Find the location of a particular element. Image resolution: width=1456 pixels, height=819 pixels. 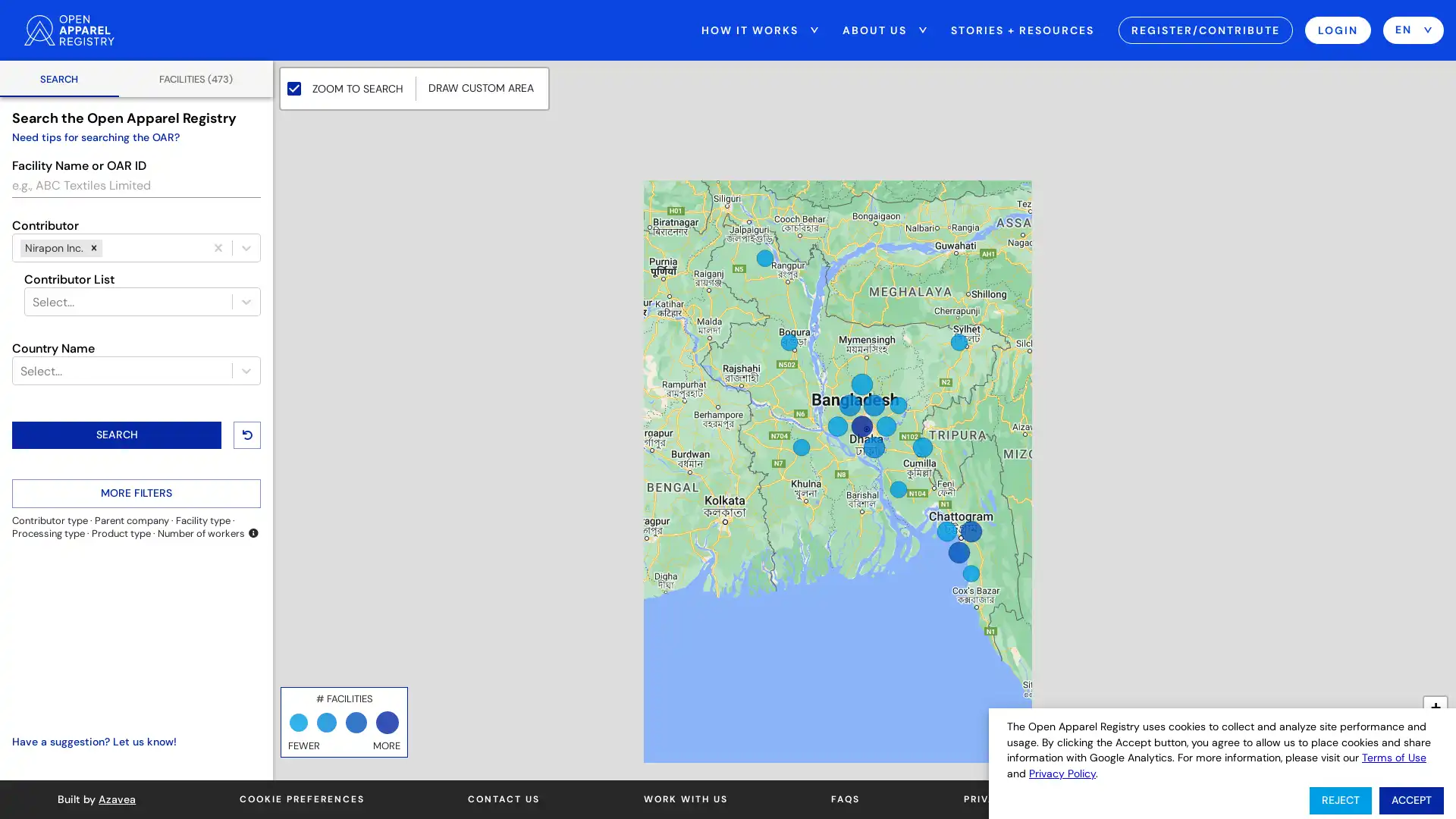

Zoom out is located at coordinates (1434, 730).